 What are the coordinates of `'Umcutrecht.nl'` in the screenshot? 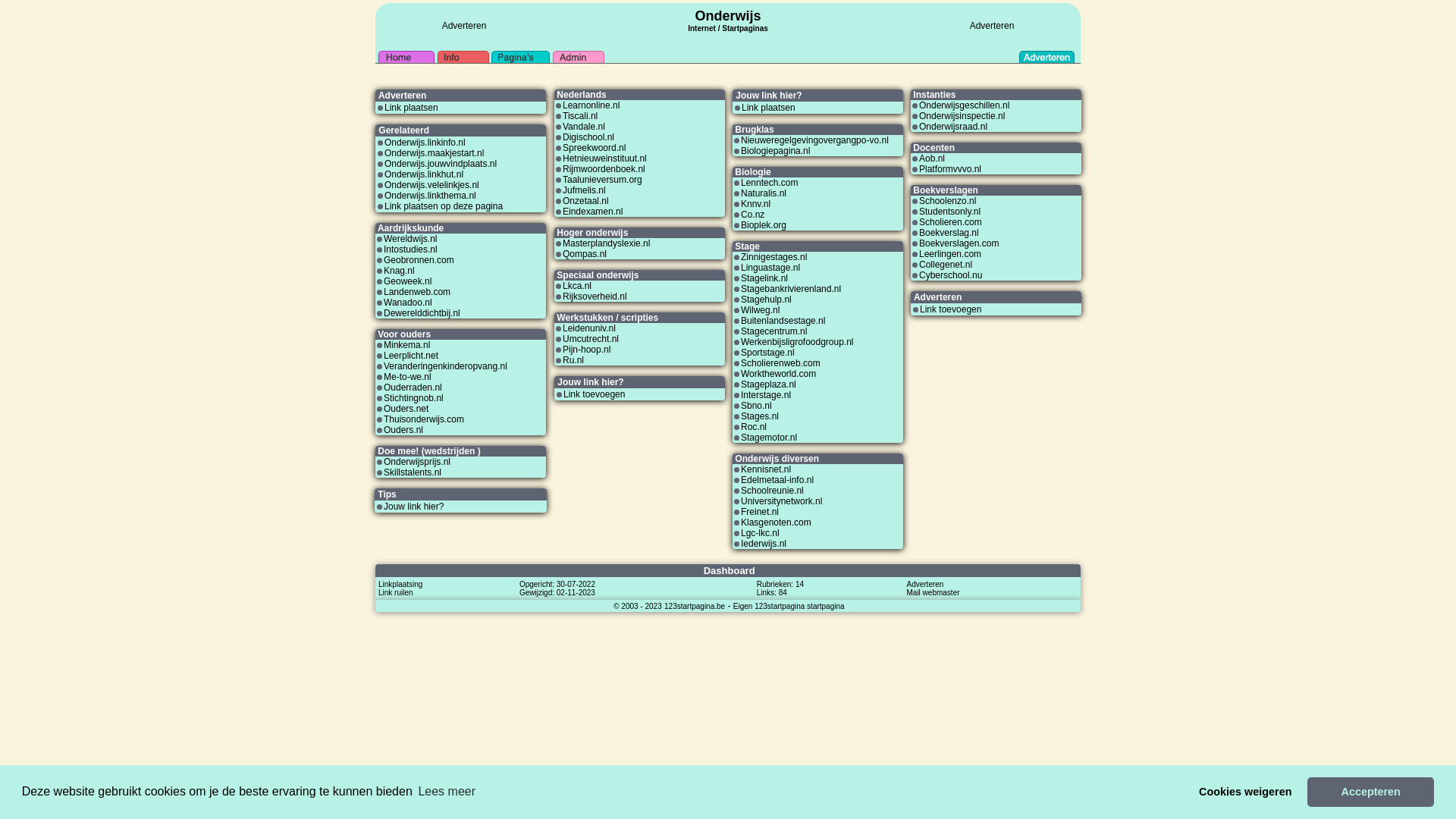 It's located at (562, 338).